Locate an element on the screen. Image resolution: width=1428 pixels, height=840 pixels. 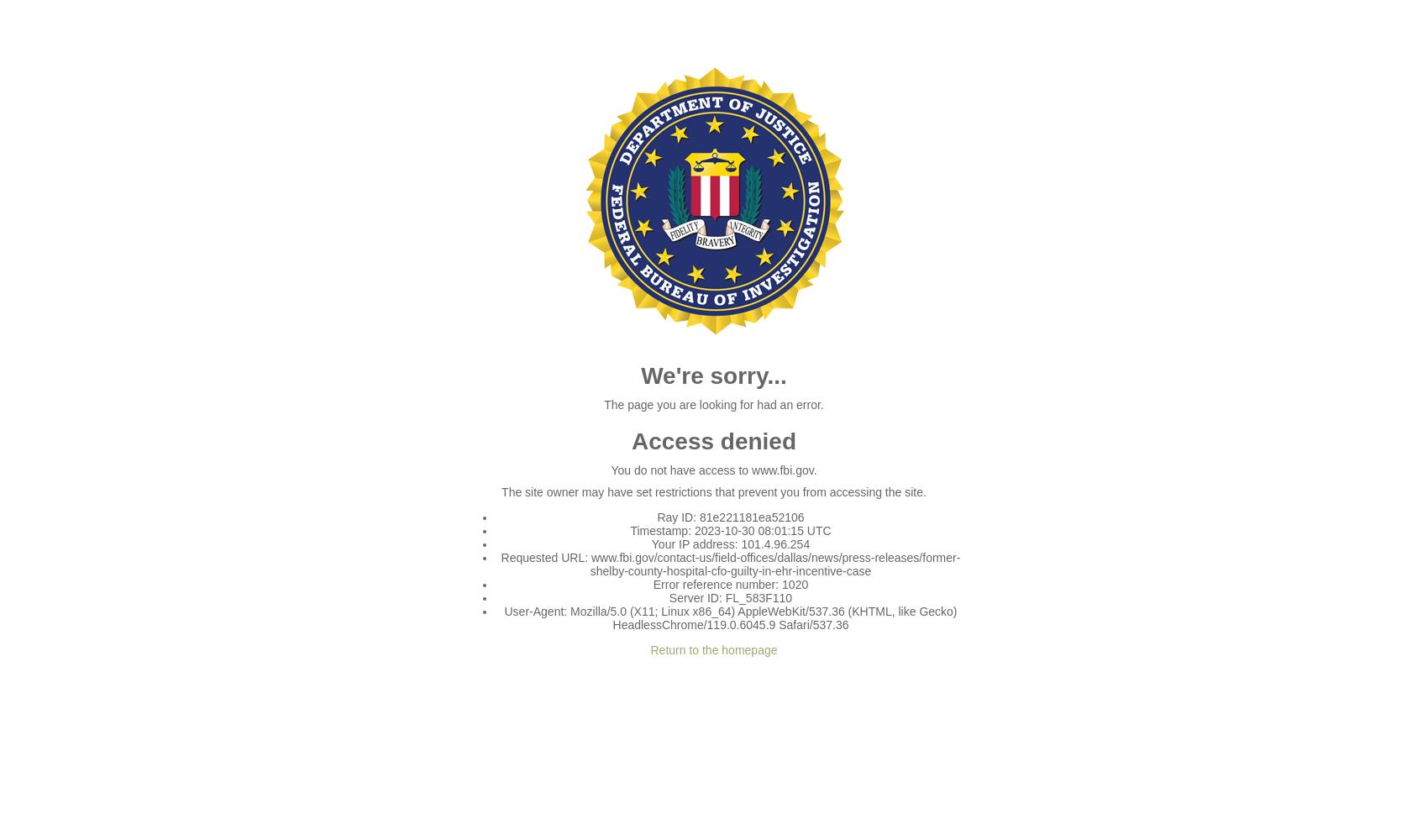
'Timestamp: 2023-10-30 08:01:15 UTC' is located at coordinates (629, 531).